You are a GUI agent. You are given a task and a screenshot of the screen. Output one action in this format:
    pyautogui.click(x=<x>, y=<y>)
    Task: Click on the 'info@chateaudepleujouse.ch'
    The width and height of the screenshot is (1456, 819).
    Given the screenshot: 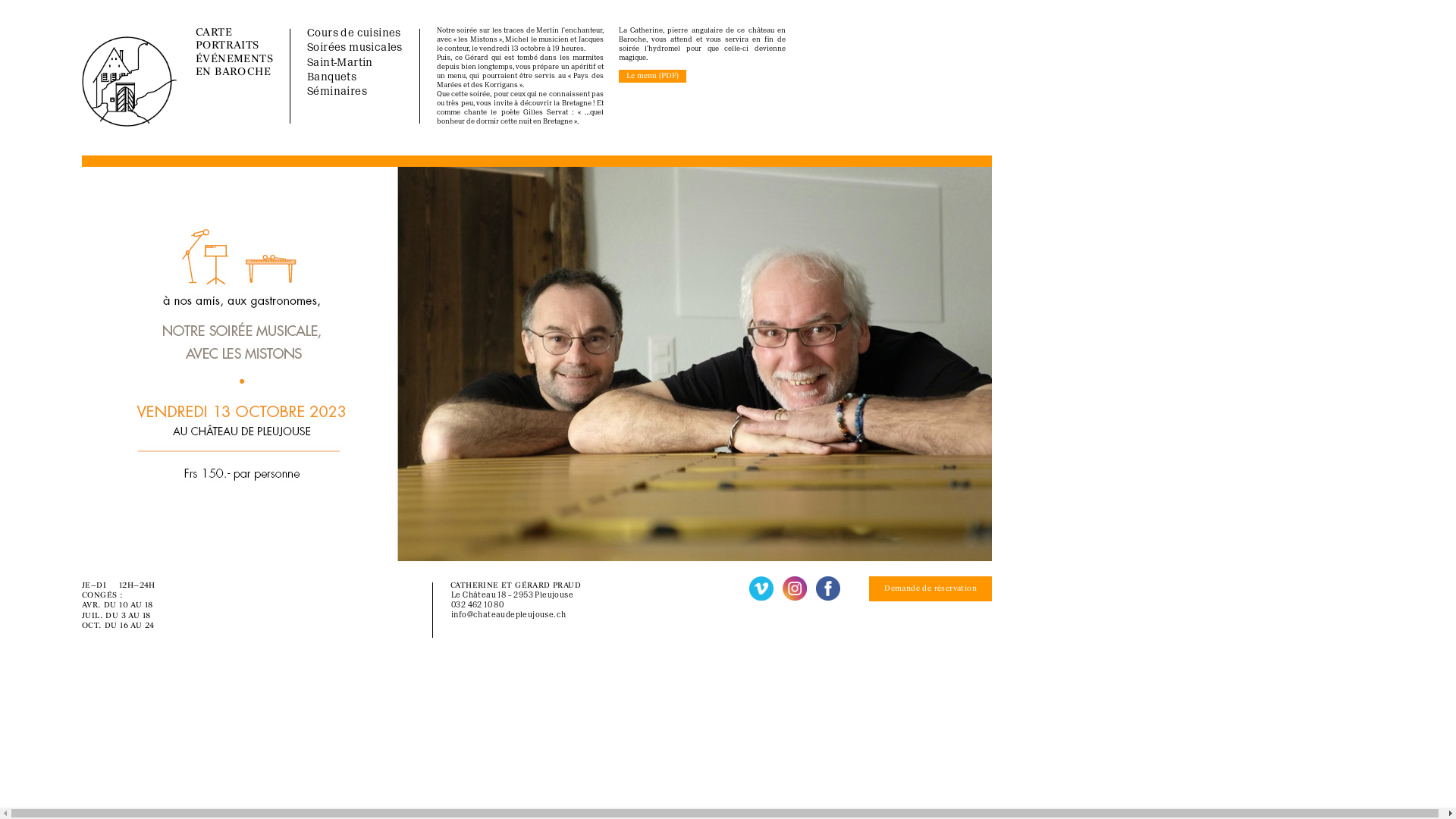 What is the action you would take?
    pyautogui.click(x=508, y=615)
    